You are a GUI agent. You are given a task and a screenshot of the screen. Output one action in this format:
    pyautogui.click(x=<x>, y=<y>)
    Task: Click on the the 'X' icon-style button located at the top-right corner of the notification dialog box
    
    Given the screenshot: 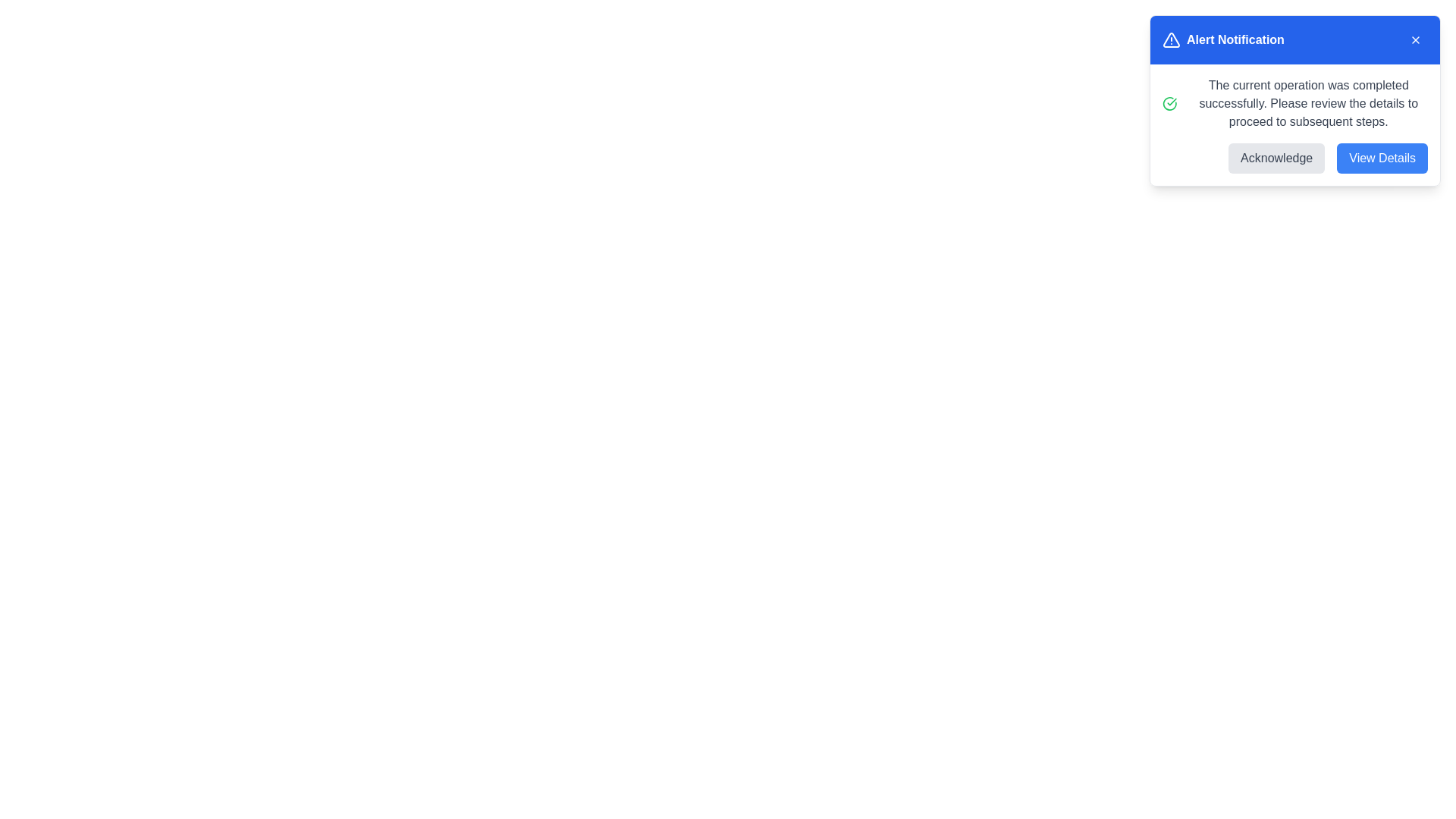 What is the action you would take?
    pyautogui.click(x=1415, y=39)
    